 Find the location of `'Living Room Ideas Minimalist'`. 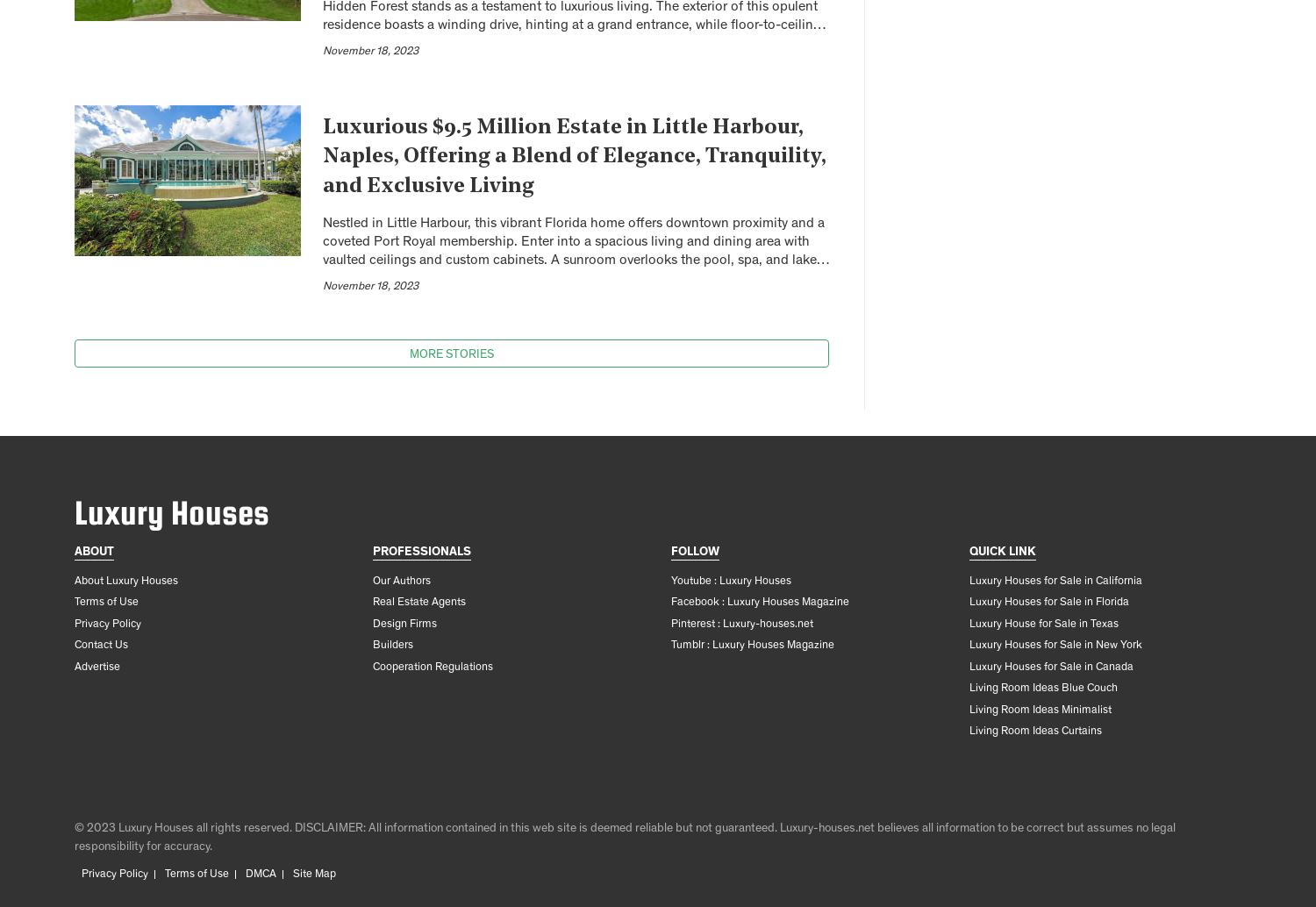

'Living Room Ideas Minimalist' is located at coordinates (1041, 709).